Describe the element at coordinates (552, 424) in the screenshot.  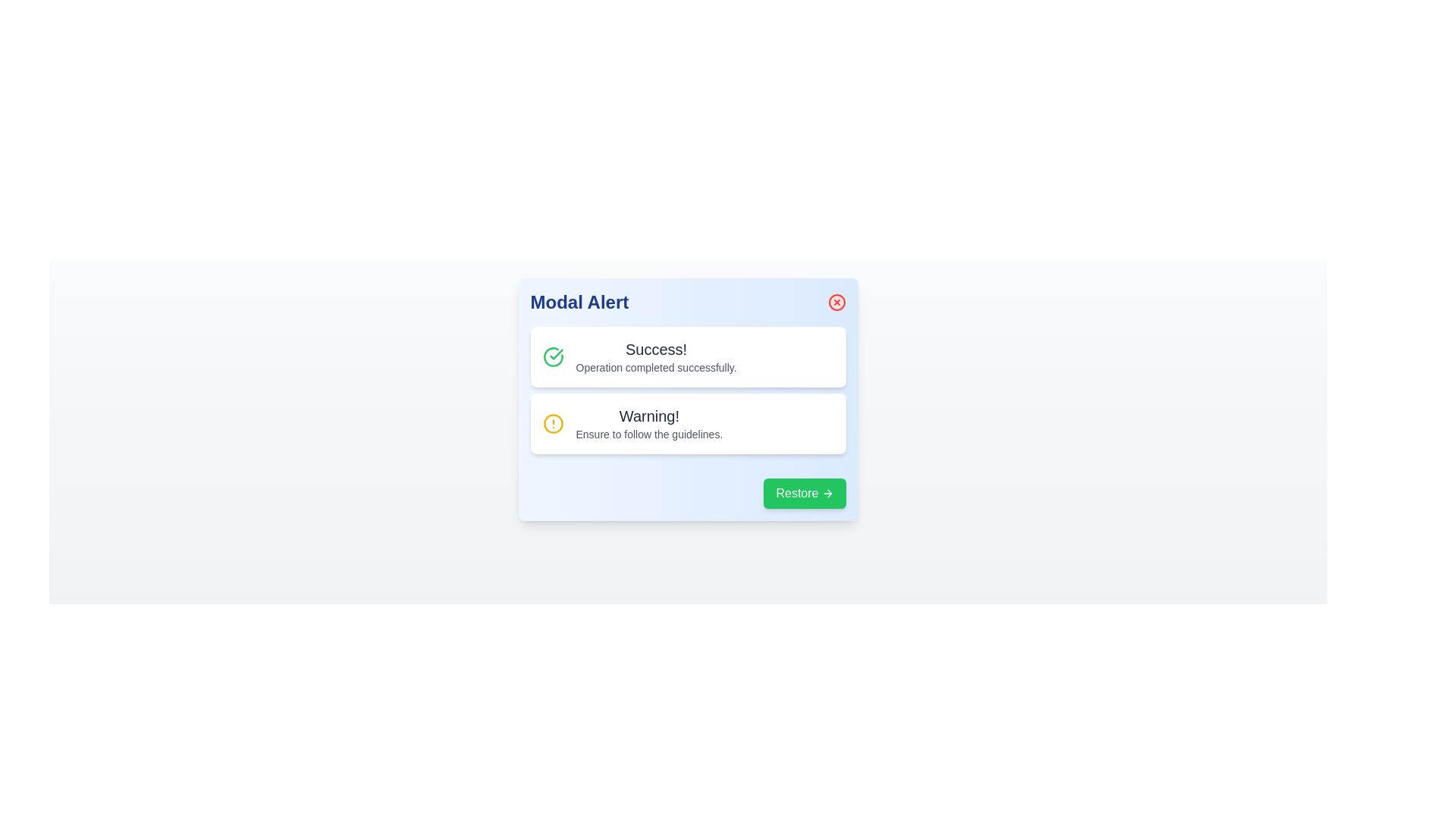
I see `the alert icon located to the left of the 'Warning! Ensure to follow the guidelines.' text in the white notification card within the modal dialog box` at that location.